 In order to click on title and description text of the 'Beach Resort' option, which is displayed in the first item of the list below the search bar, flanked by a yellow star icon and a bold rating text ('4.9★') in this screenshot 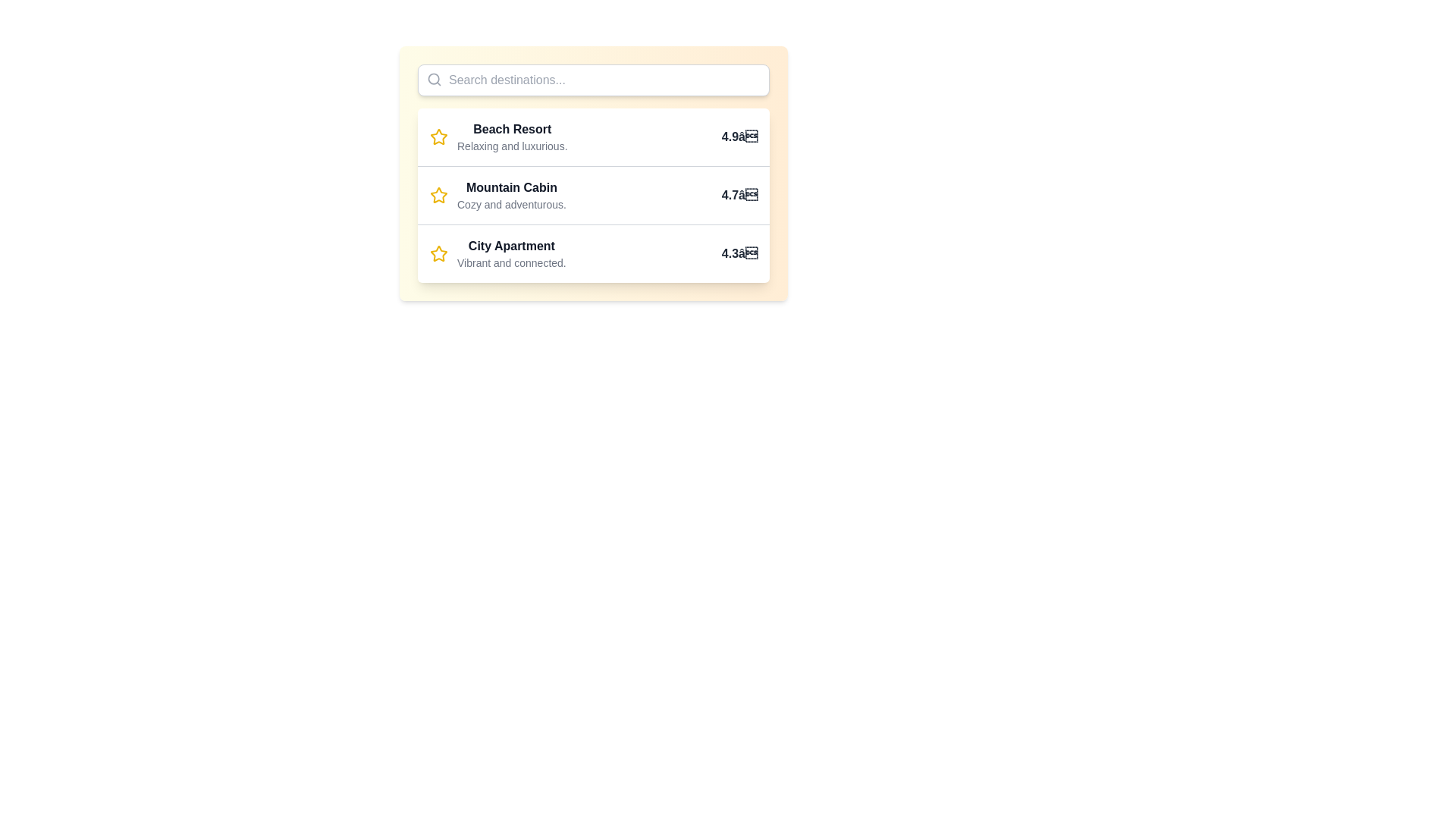, I will do `click(512, 137)`.